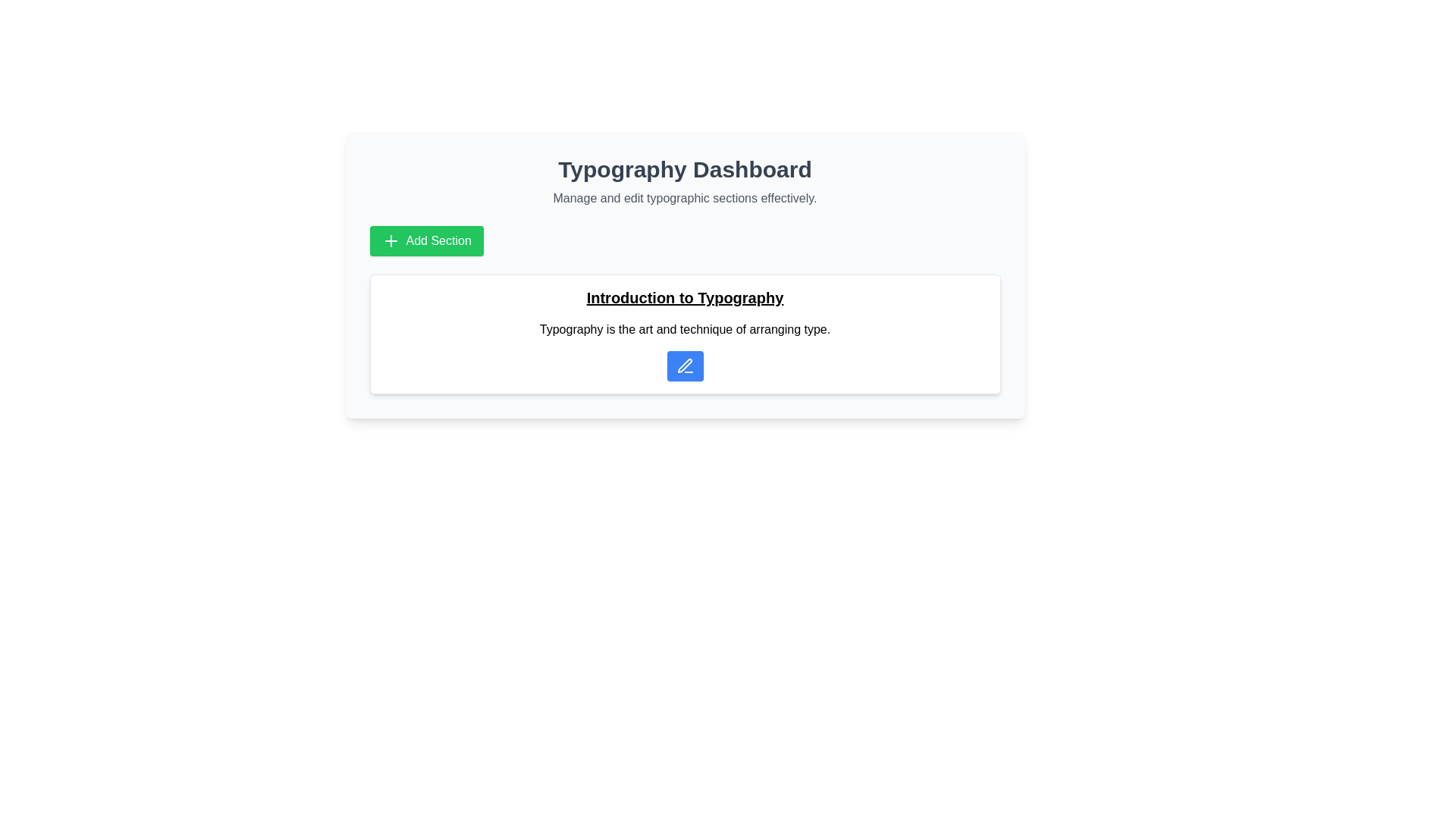 The image size is (1456, 819). Describe the element at coordinates (684, 366) in the screenshot. I see `the edit icon button located within the blue circular button at the bottom center of the card labeled 'Introduction to Typography'` at that location.